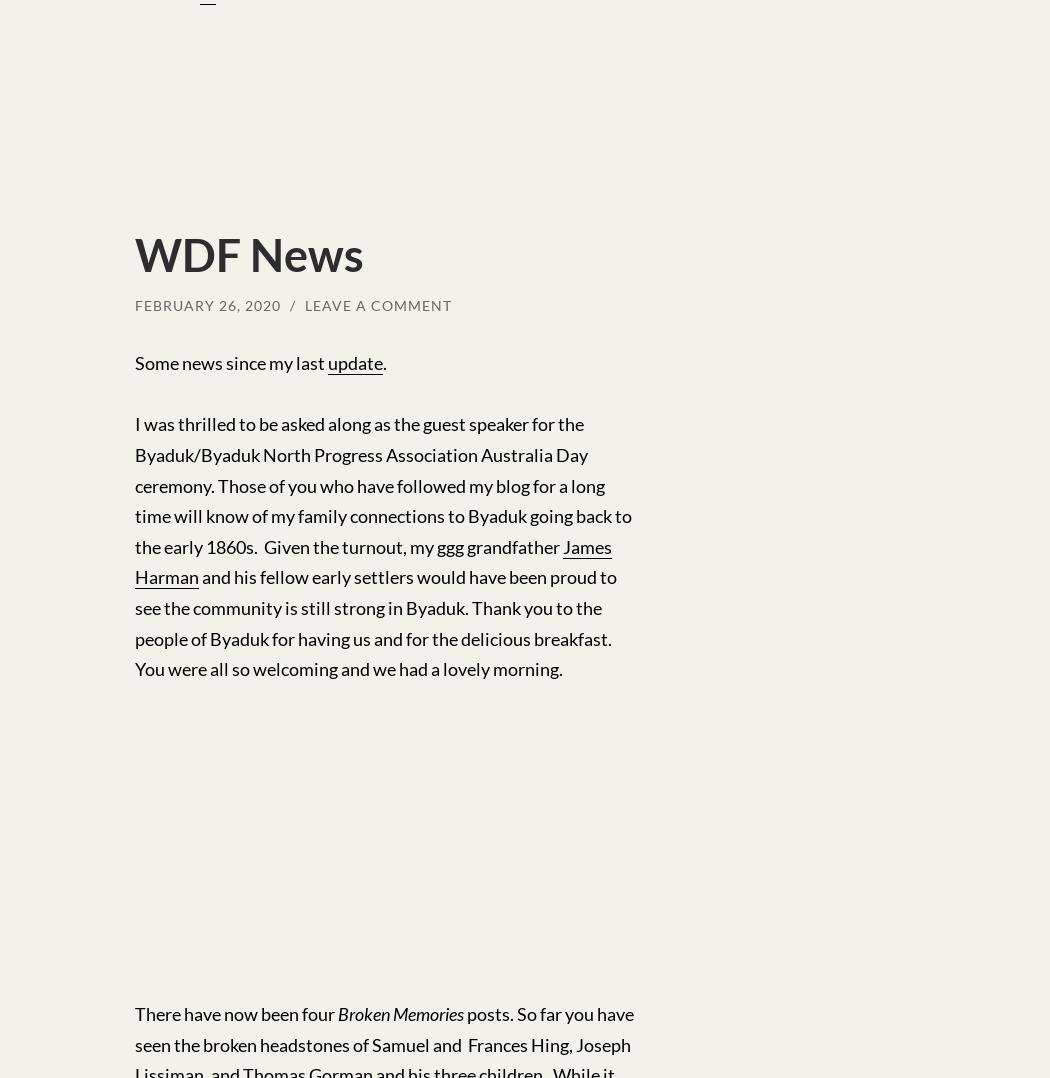 This screenshot has width=1050, height=1078. Describe the element at coordinates (207, 304) in the screenshot. I see `'February 26, 2020'` at that location.